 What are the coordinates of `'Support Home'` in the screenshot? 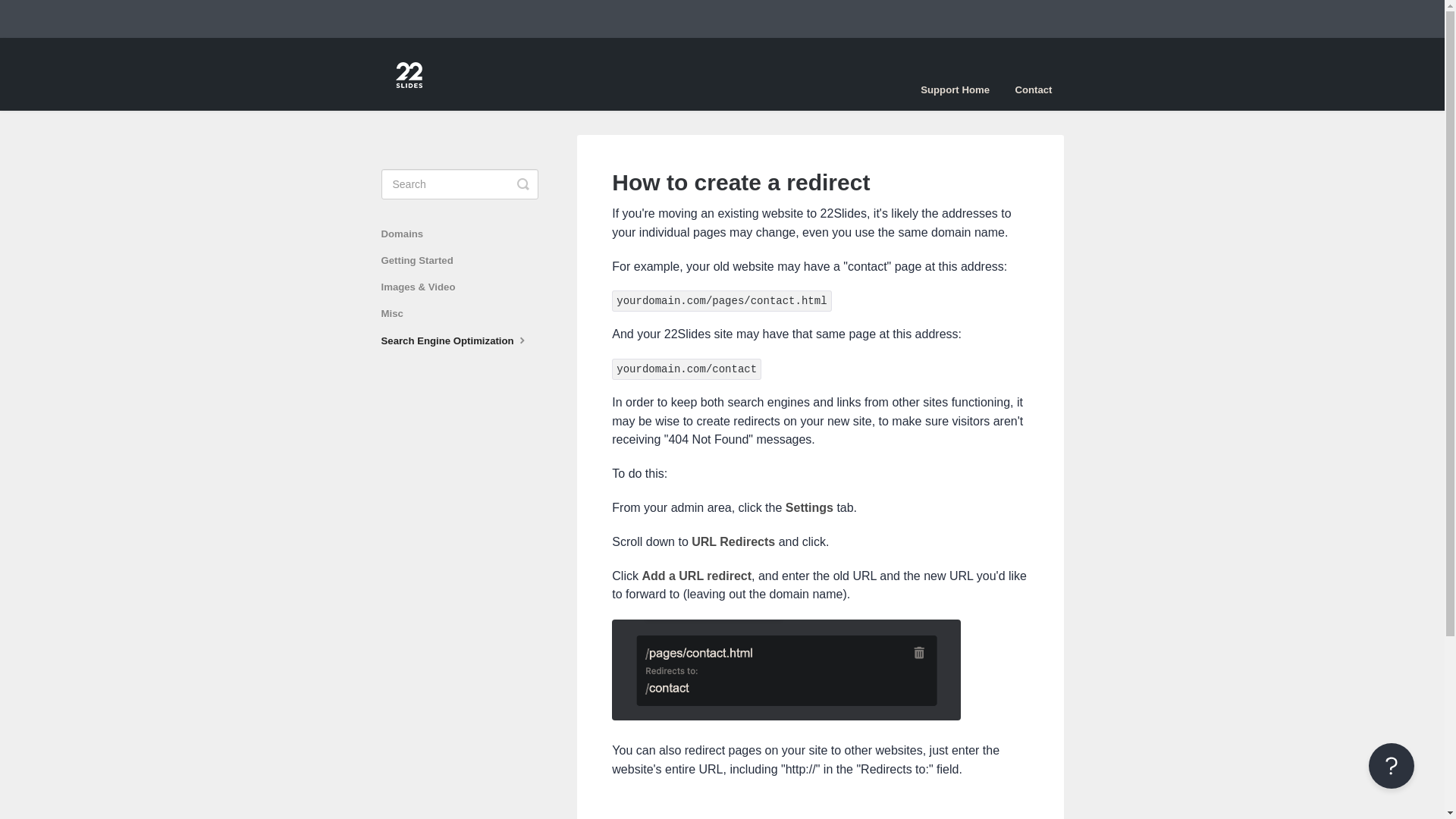 It's located at (954, 90).